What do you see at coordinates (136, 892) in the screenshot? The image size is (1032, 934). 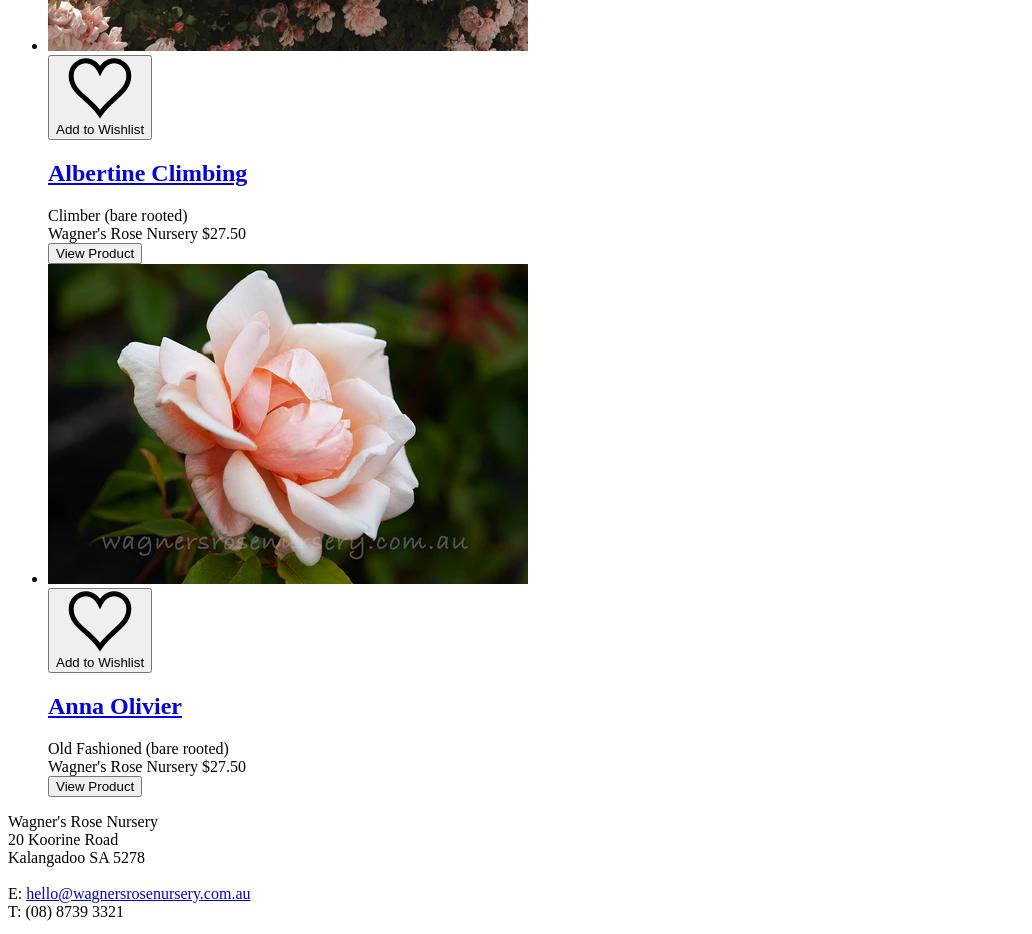 I see `'hello@wagnersrosenursery.com.au'` at bounding box center [136, 892].